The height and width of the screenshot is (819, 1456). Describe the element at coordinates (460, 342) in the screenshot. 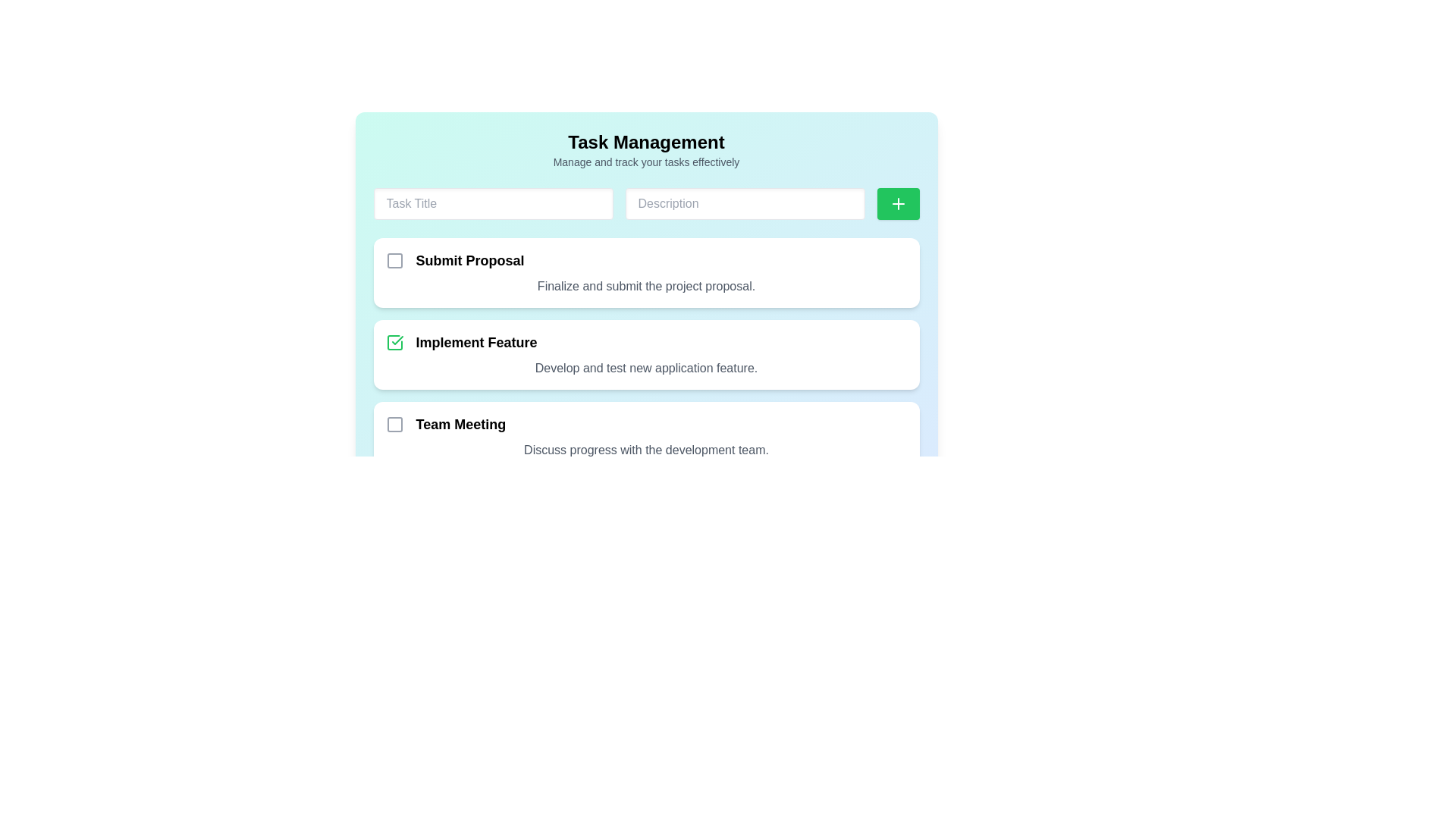

I see `the 'Implement Feature' task label` at that location.